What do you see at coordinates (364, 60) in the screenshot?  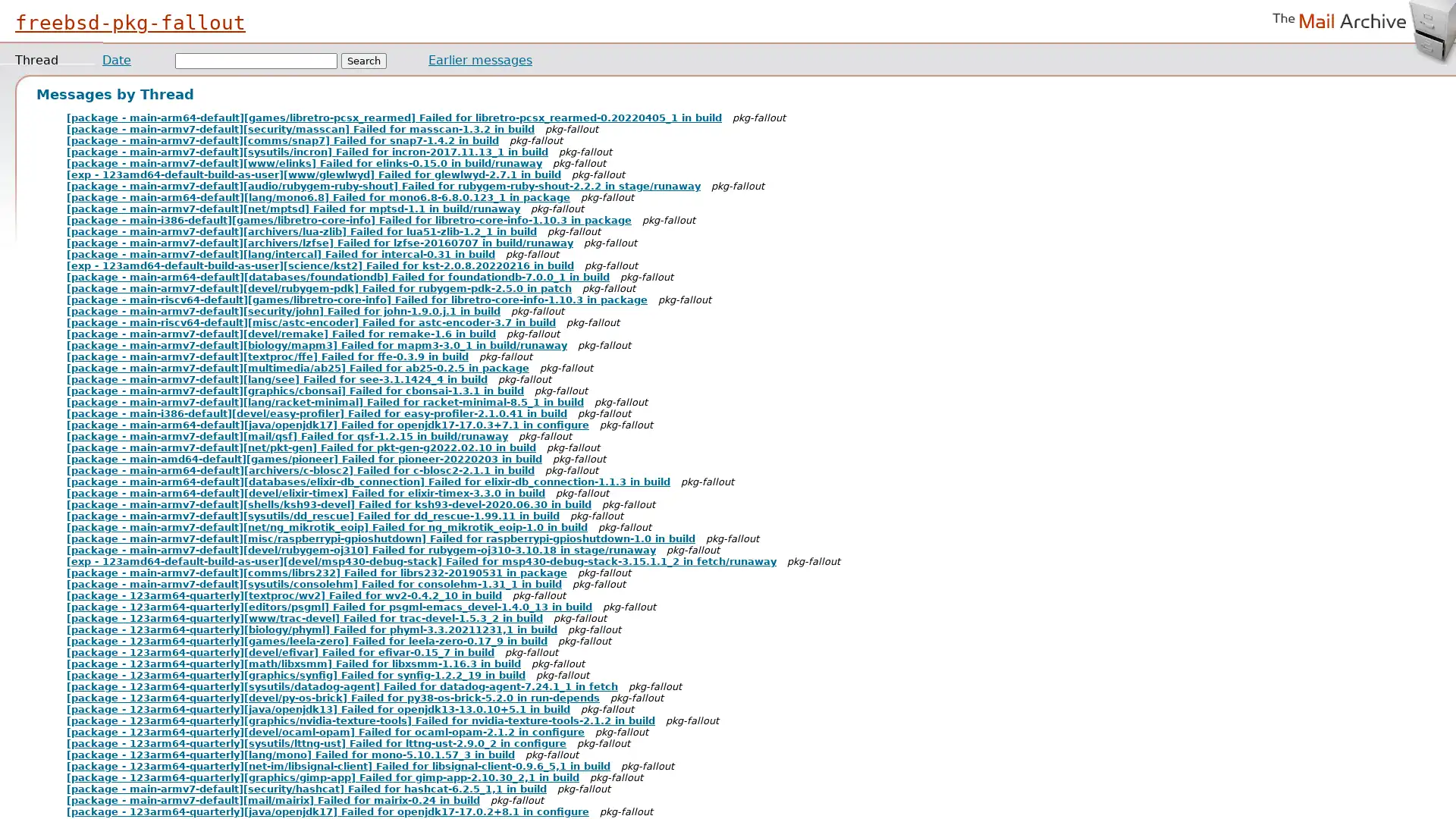 I see `Search` at bounding box center [364, 60].